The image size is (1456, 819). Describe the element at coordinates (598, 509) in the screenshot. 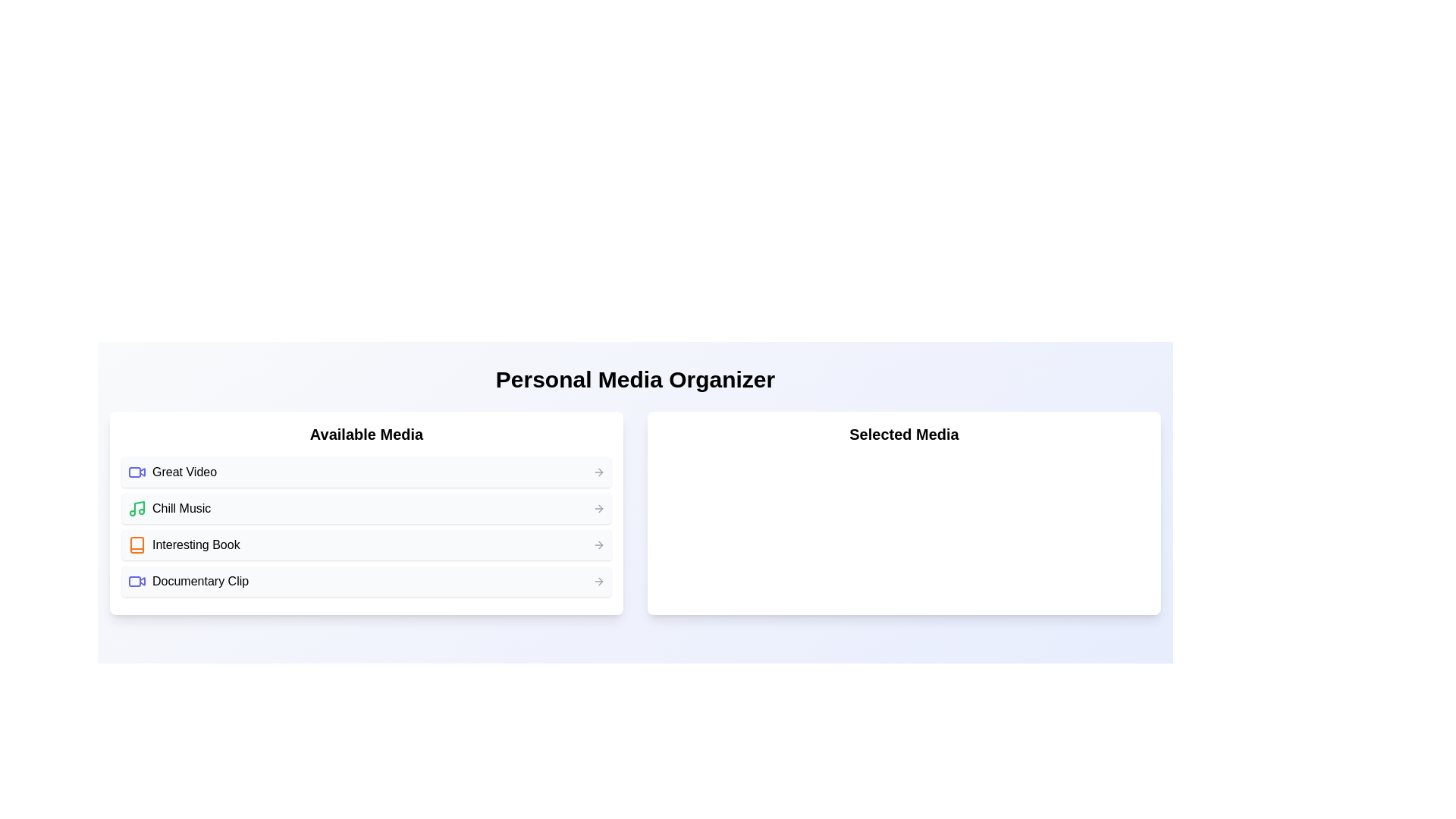

I see `the Arrow Indicator icon located at the right end of the 'Chill Music' media item in the 'Available Media' section` at that location.